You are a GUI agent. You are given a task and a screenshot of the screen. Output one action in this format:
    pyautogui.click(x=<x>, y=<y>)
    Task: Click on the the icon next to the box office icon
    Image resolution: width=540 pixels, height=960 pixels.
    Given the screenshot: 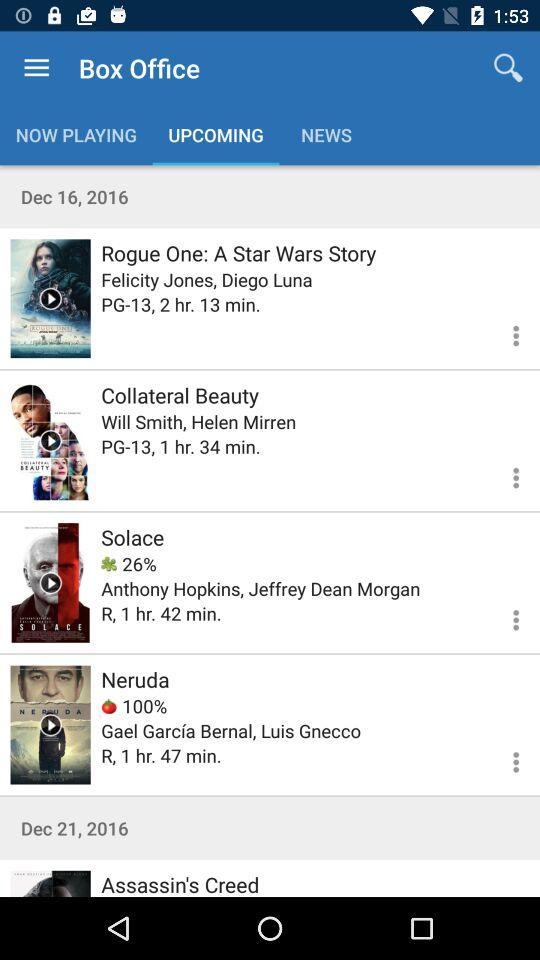 What is the action you would take?
    pyautogui.click(x=508, y=68)
    